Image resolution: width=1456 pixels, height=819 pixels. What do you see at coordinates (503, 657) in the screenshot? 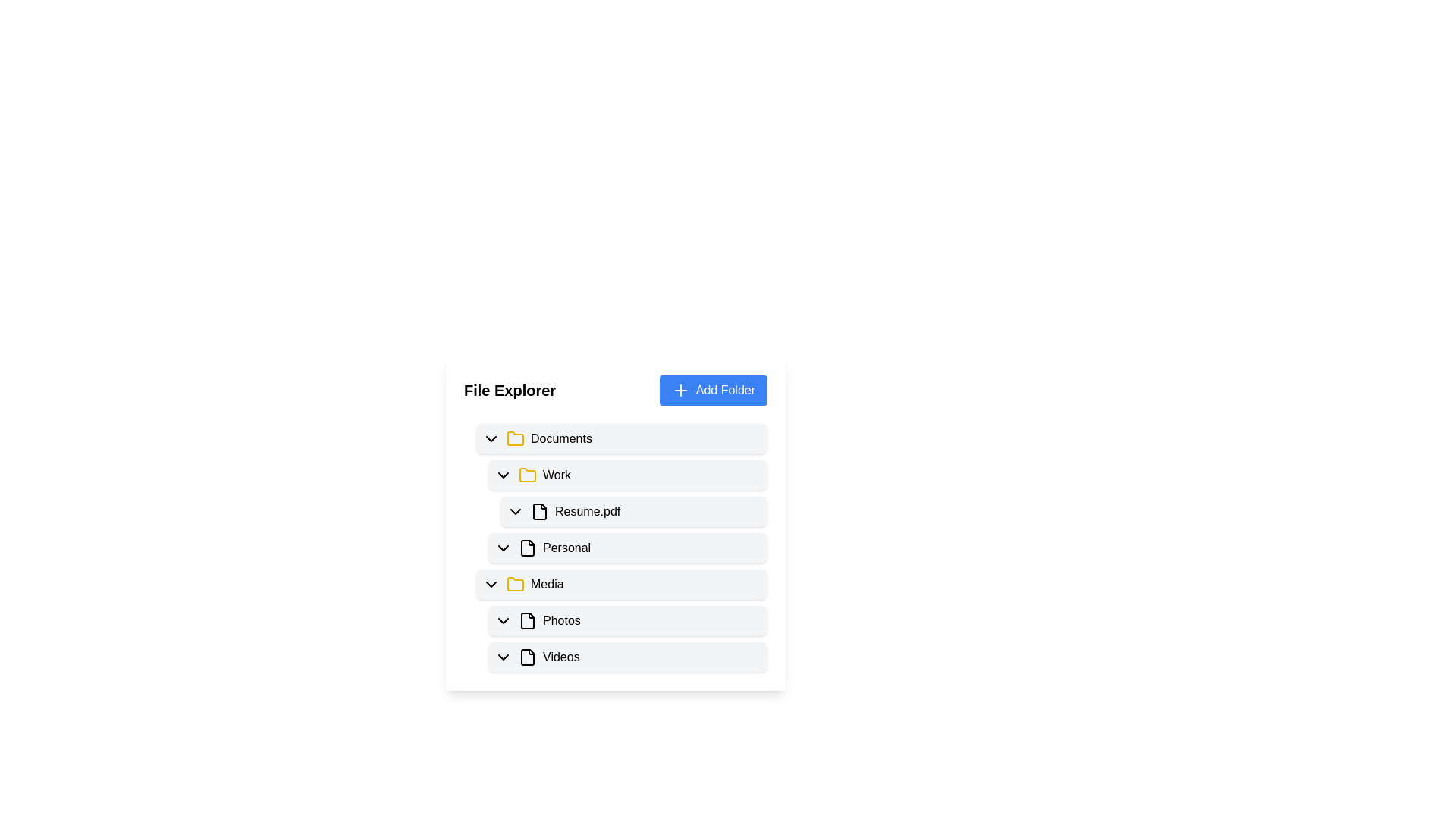
I see `the leftmost icon within the 'Videos' entry of the hierarchical navigation menu` at bounding box center [503, 657].